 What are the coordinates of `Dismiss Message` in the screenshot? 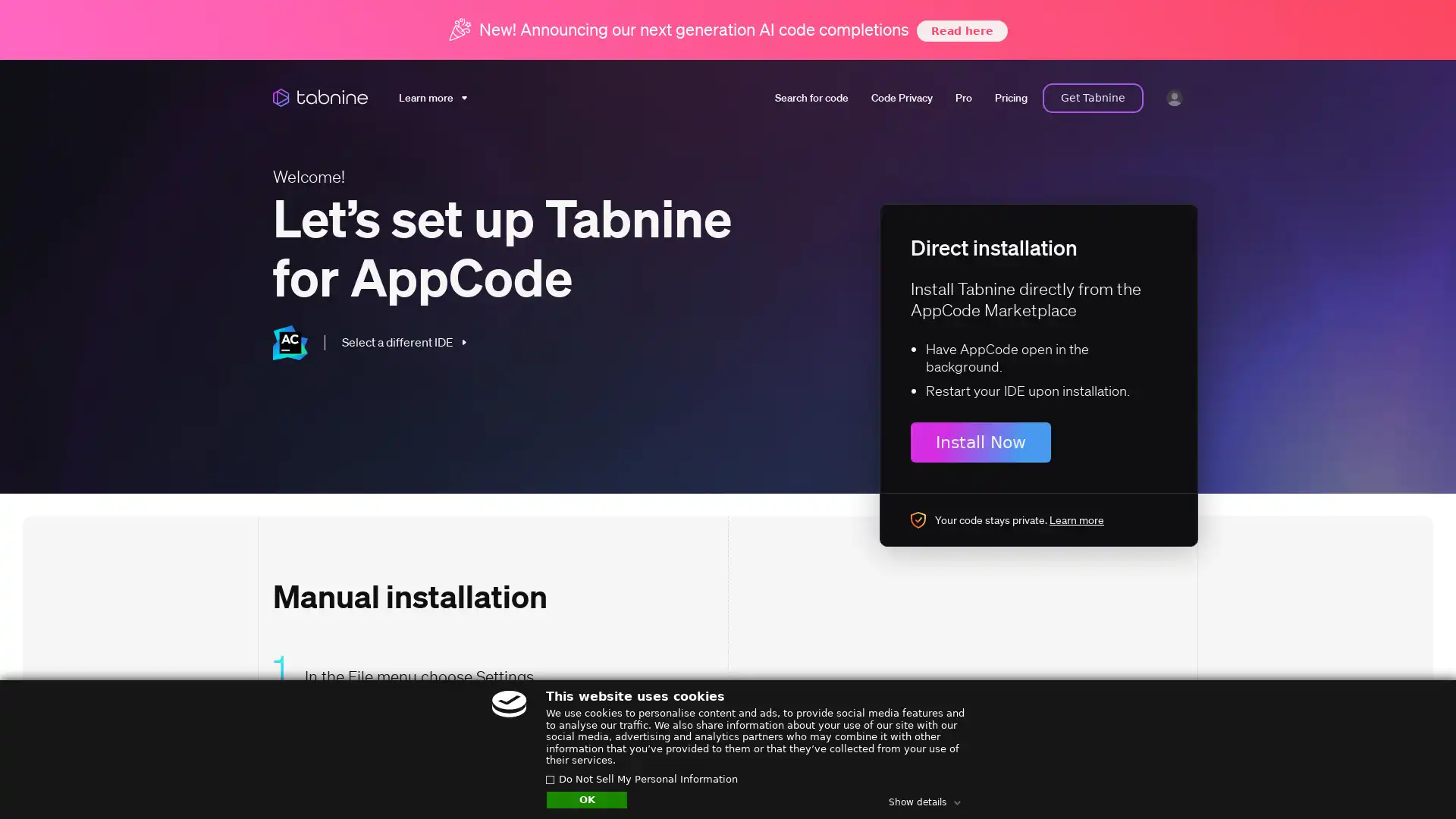 It's located at (1376, 761).